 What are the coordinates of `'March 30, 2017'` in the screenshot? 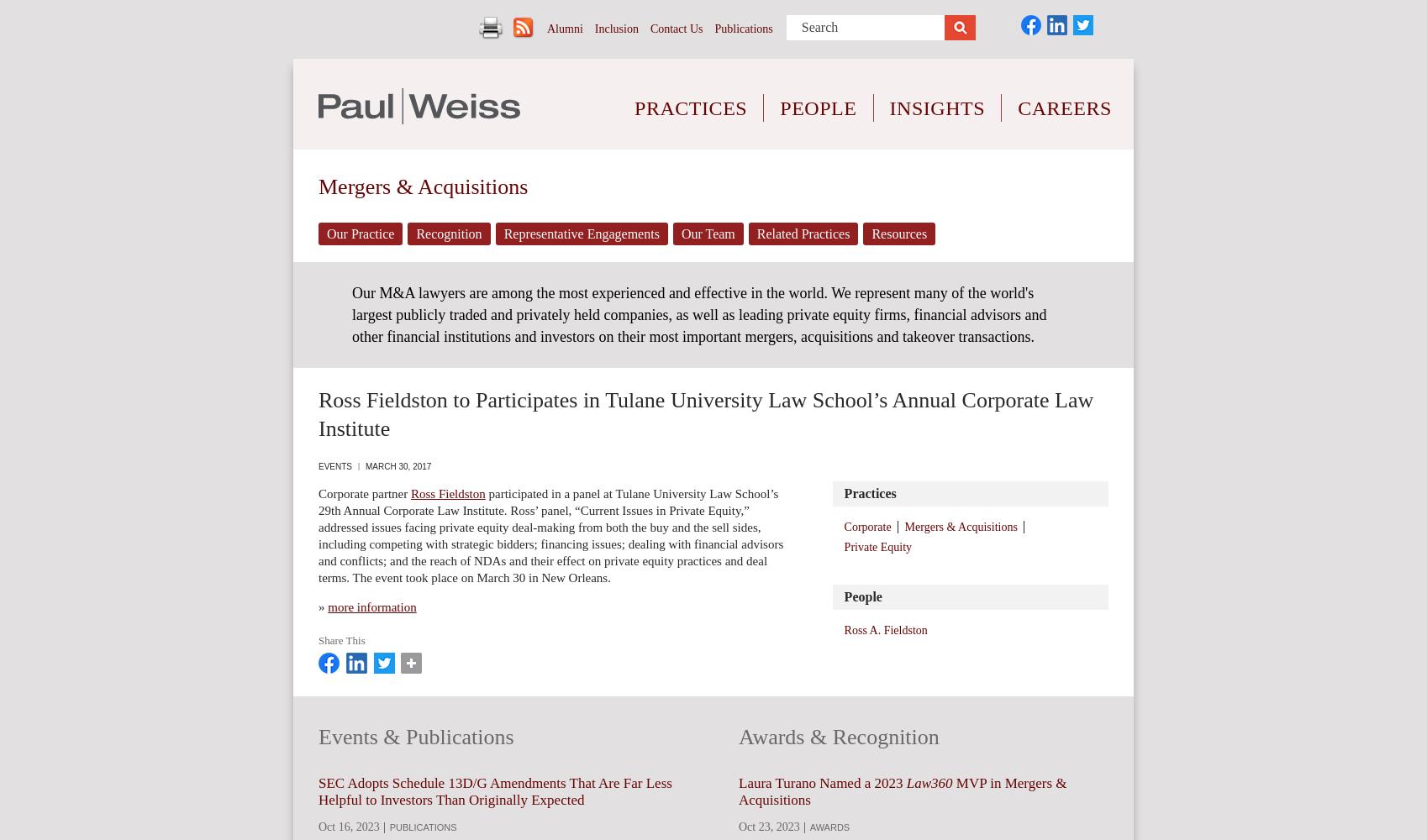 It's located at (398, 466).